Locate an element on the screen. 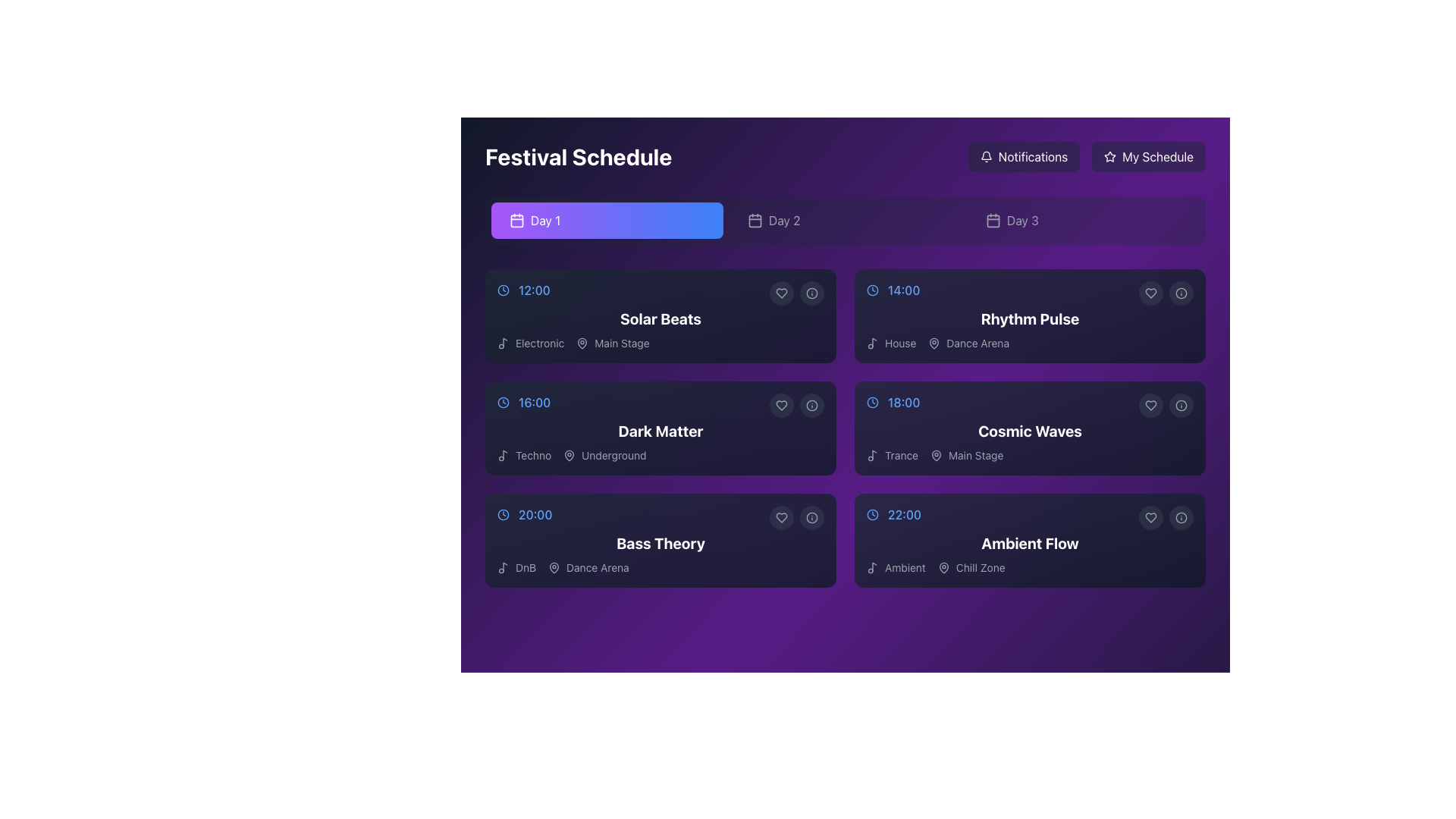 The height and width of the screenshot is (819, 1456). the 'Ambient Flow' schedule card located in the far right and bottom corner of the two-column grid layout is located at coordinates (1030, 540).